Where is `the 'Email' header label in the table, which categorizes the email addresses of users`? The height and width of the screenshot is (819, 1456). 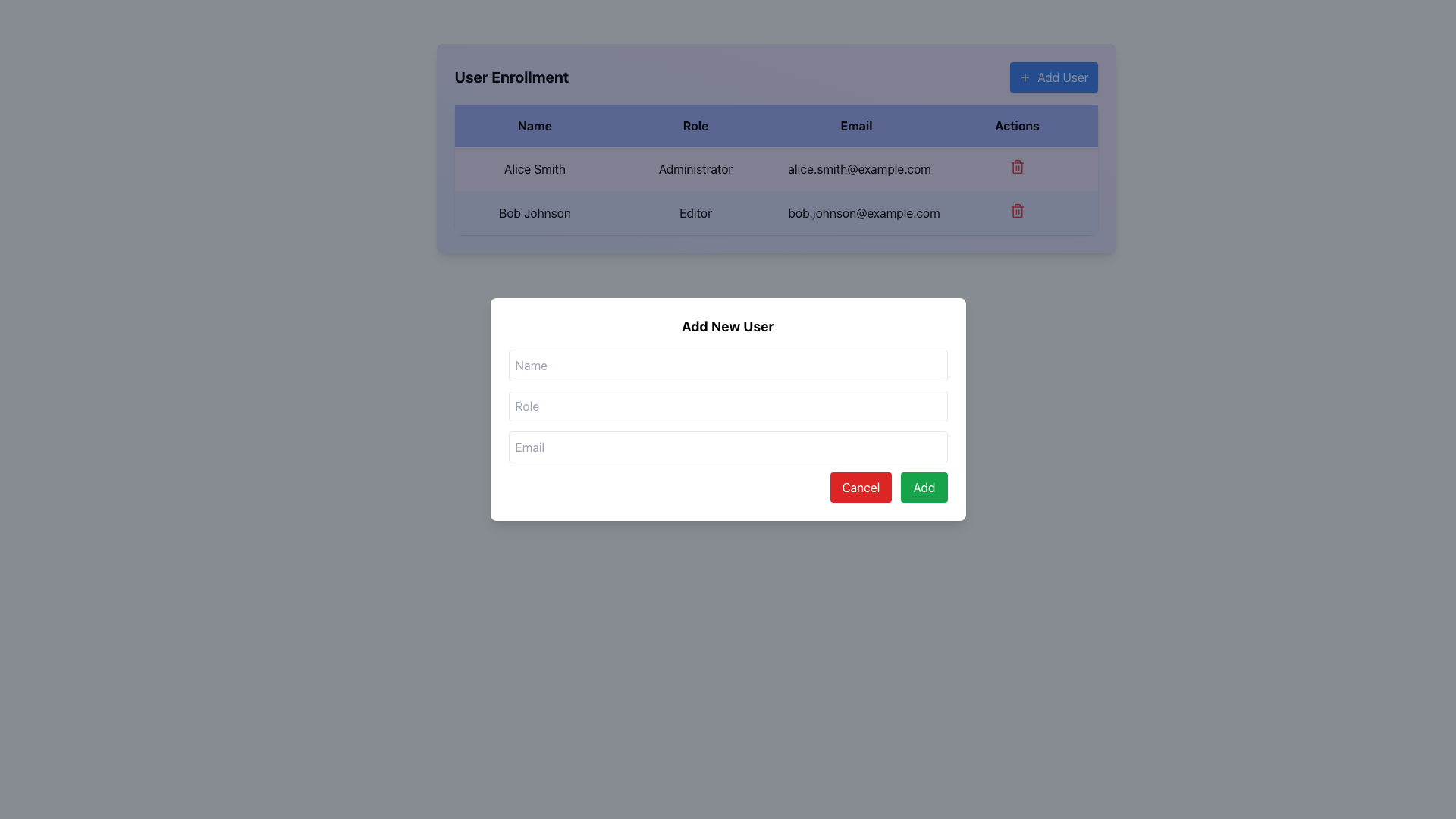 the 'Email' header label in the table, which categorizes the email addresses of users is located at coordinates (856, 124).